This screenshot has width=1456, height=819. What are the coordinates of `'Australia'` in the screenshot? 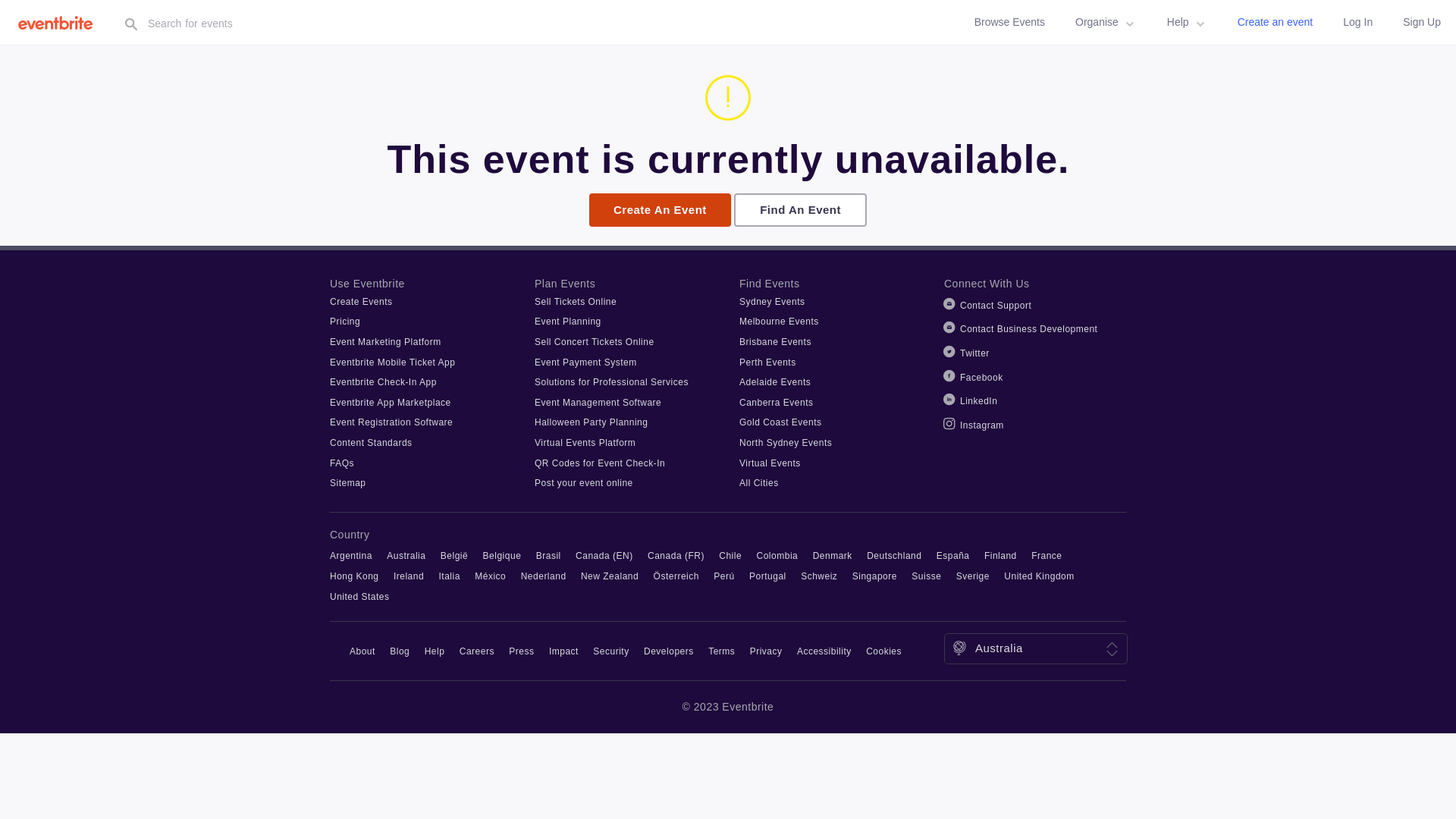 It's located at (999, 648).